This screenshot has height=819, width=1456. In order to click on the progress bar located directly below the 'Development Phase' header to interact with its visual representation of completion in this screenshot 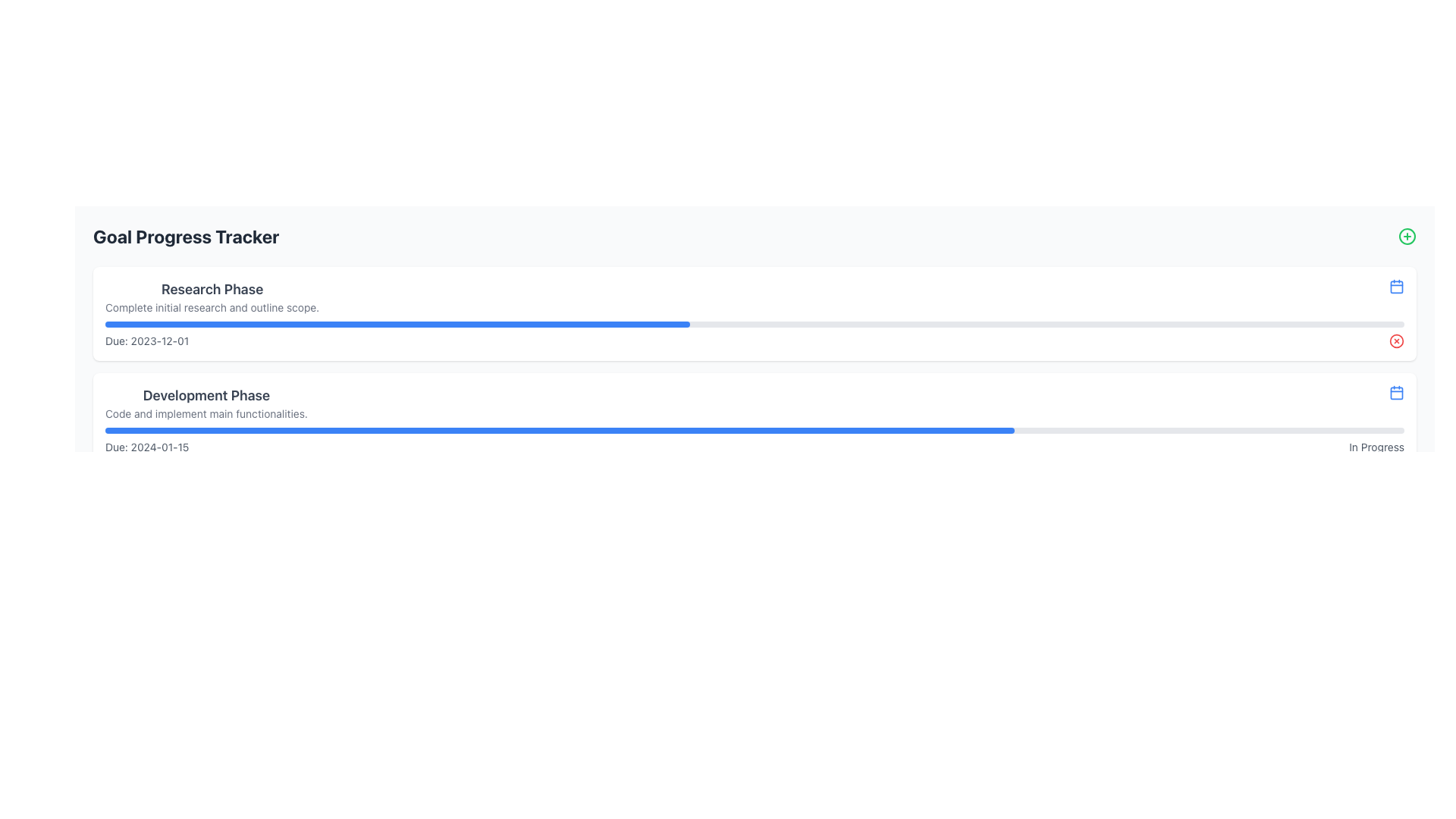, I will do `click(755, 430)`.